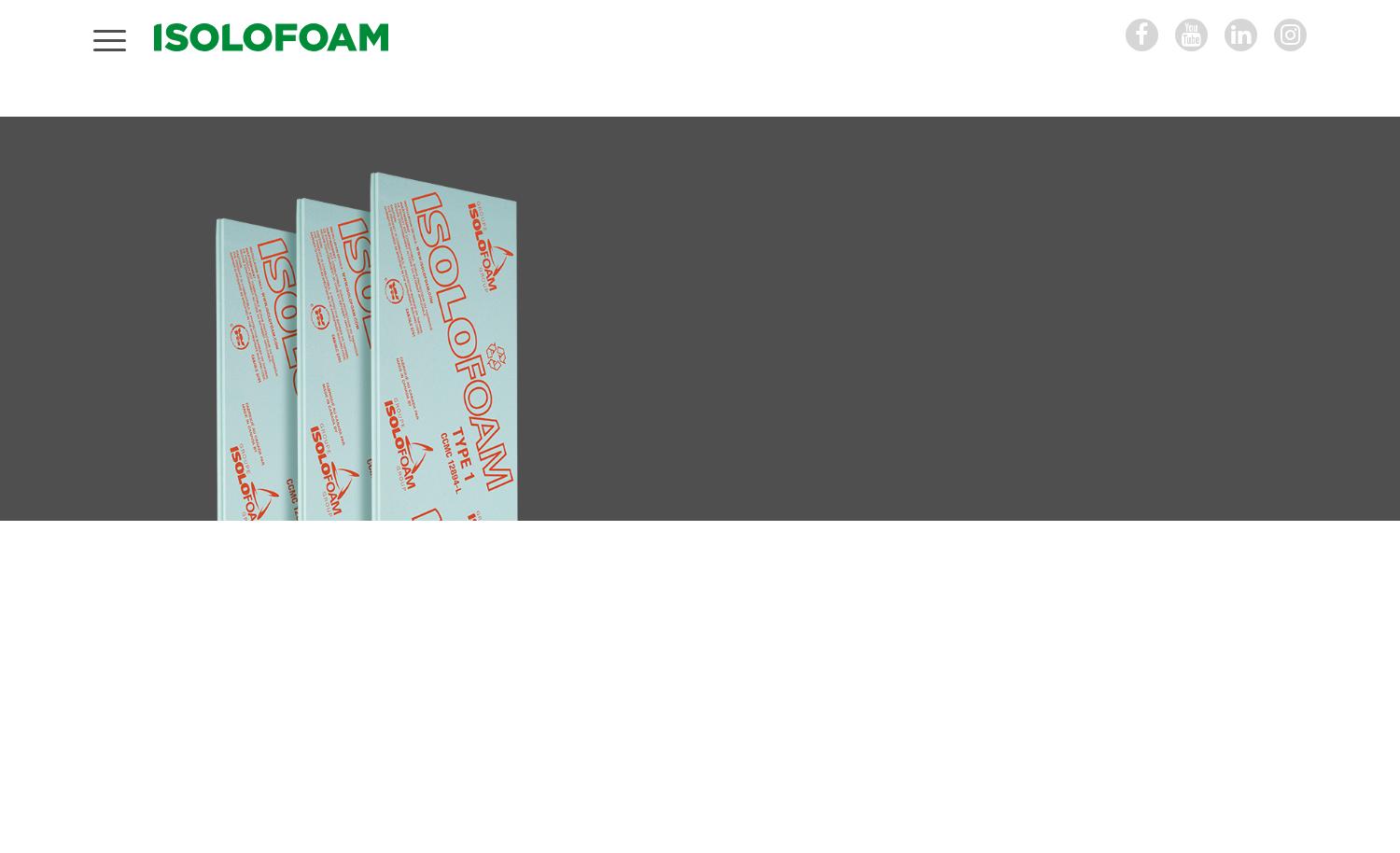 The width and height of the screenshot is (1400, 853). What do you see at coordinates (1082, 662) in the screenshot?
I see `'Technical data sheet ISOLOFOAM Type 1'` at bounding box center [1082, 662].